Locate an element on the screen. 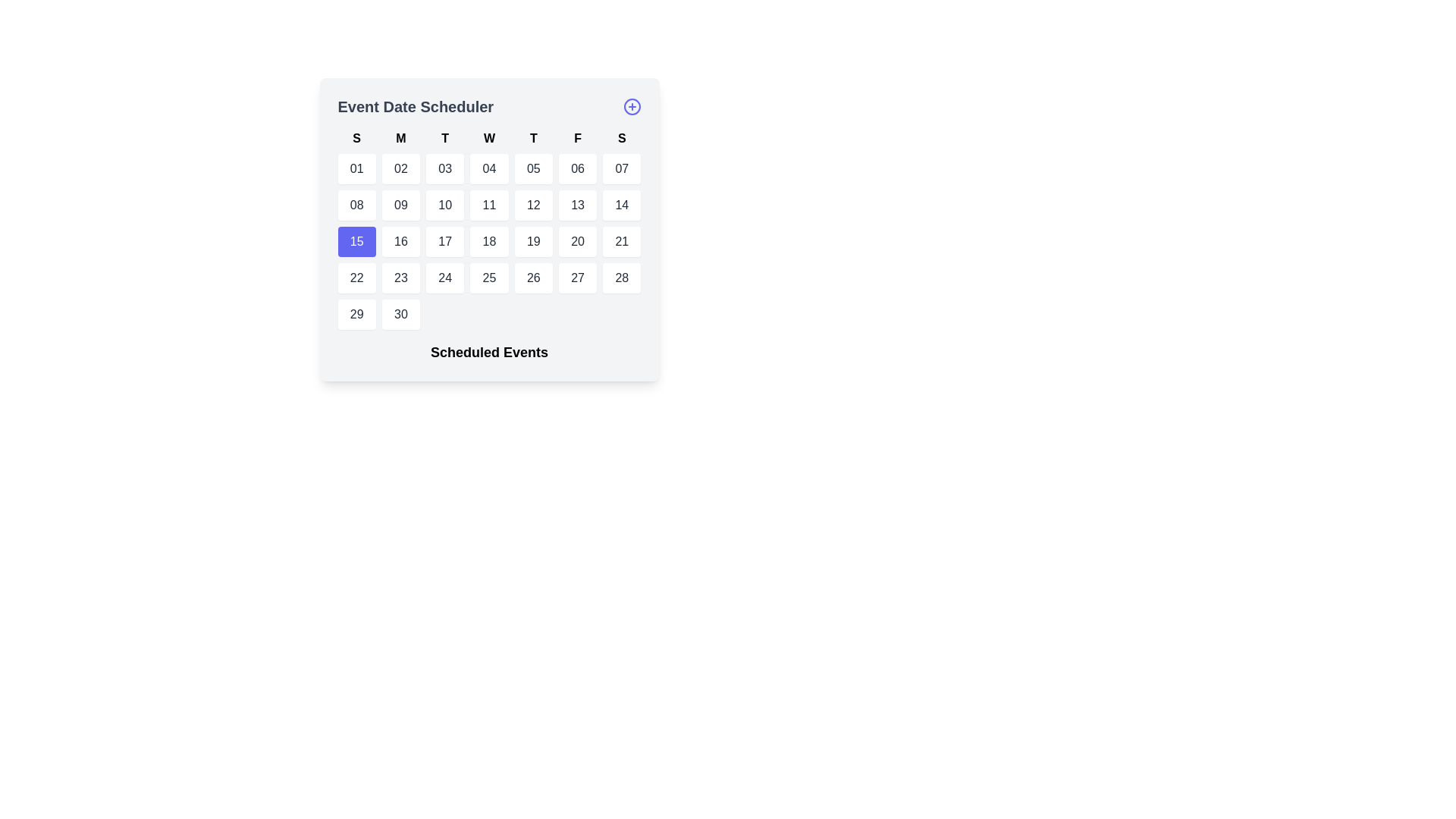  the selectable calendar day representing the 15th of the month is located at coordinates (356, 241).